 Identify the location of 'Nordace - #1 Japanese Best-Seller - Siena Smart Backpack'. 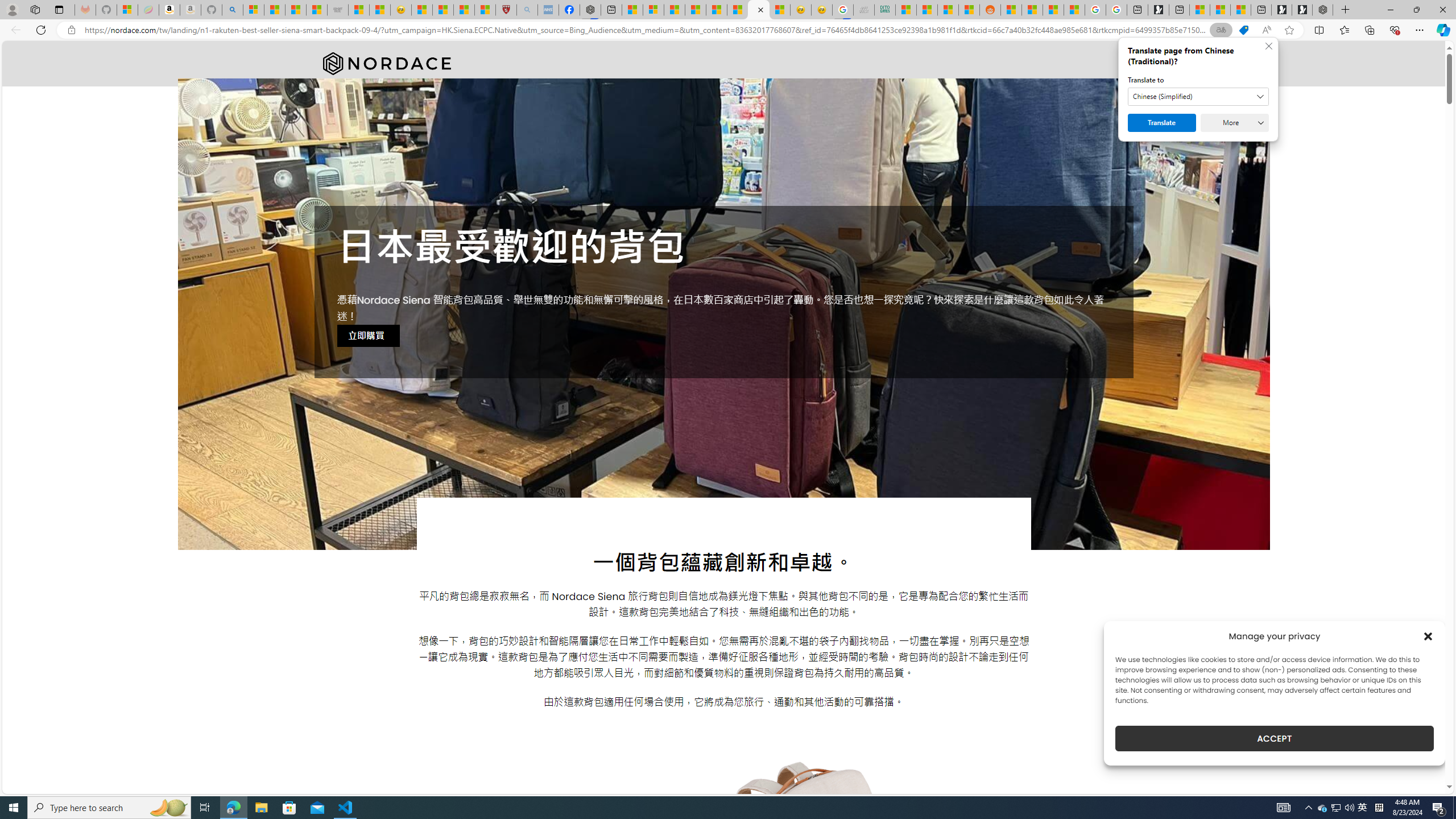
(759, 9).